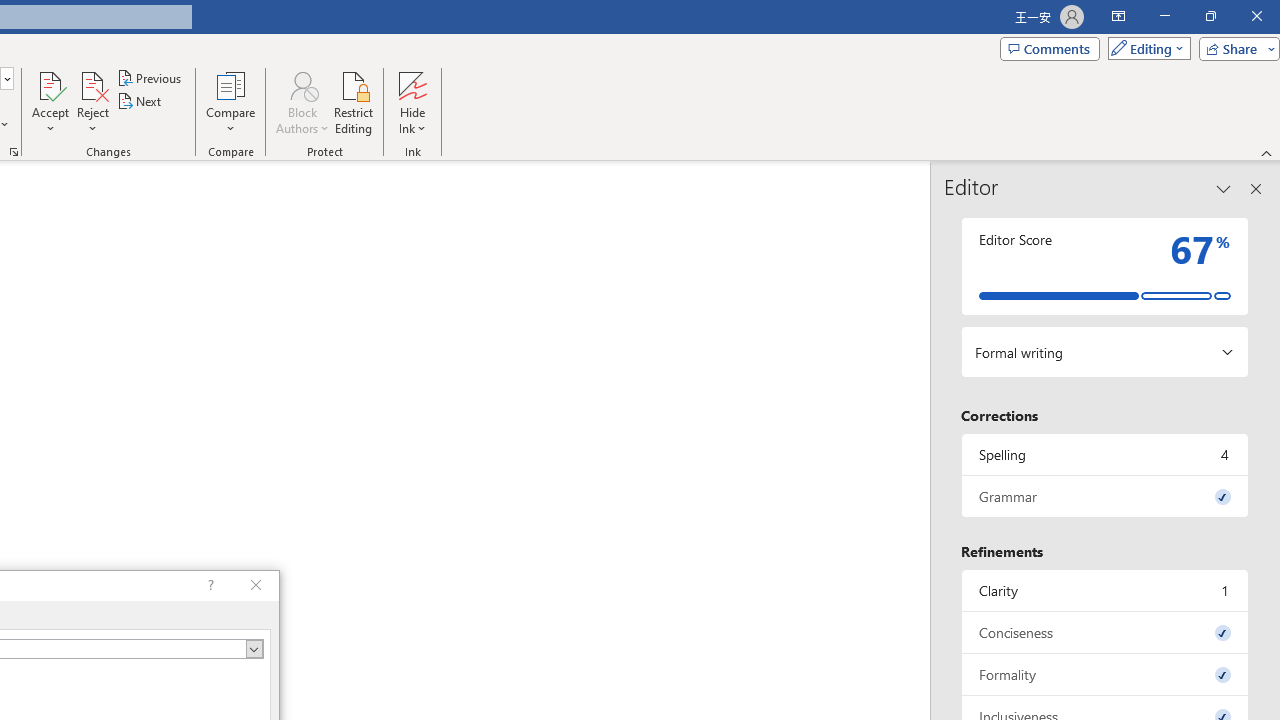  Describe the element at coordinates (1104, 674) in the screenshot. I see `'Formality, 0 issues. Press space or enter to review items.'` at that location.